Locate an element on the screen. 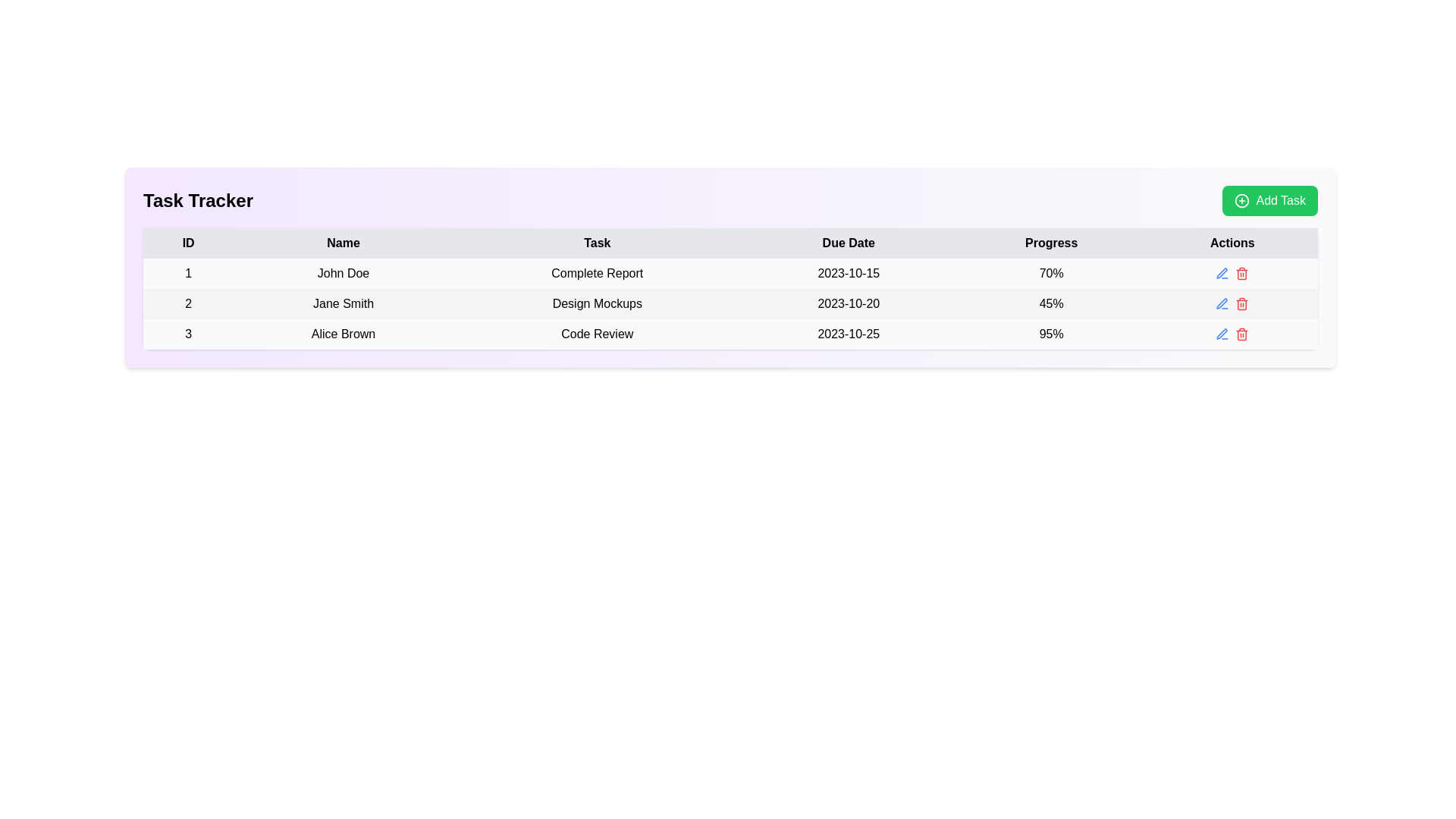  the non-interactive progress Text label indicating the completion percentage for 'Alice Brown - Code Review - 2023-10-25' in the fifth column of the table is located at coordinates (1050, 333).